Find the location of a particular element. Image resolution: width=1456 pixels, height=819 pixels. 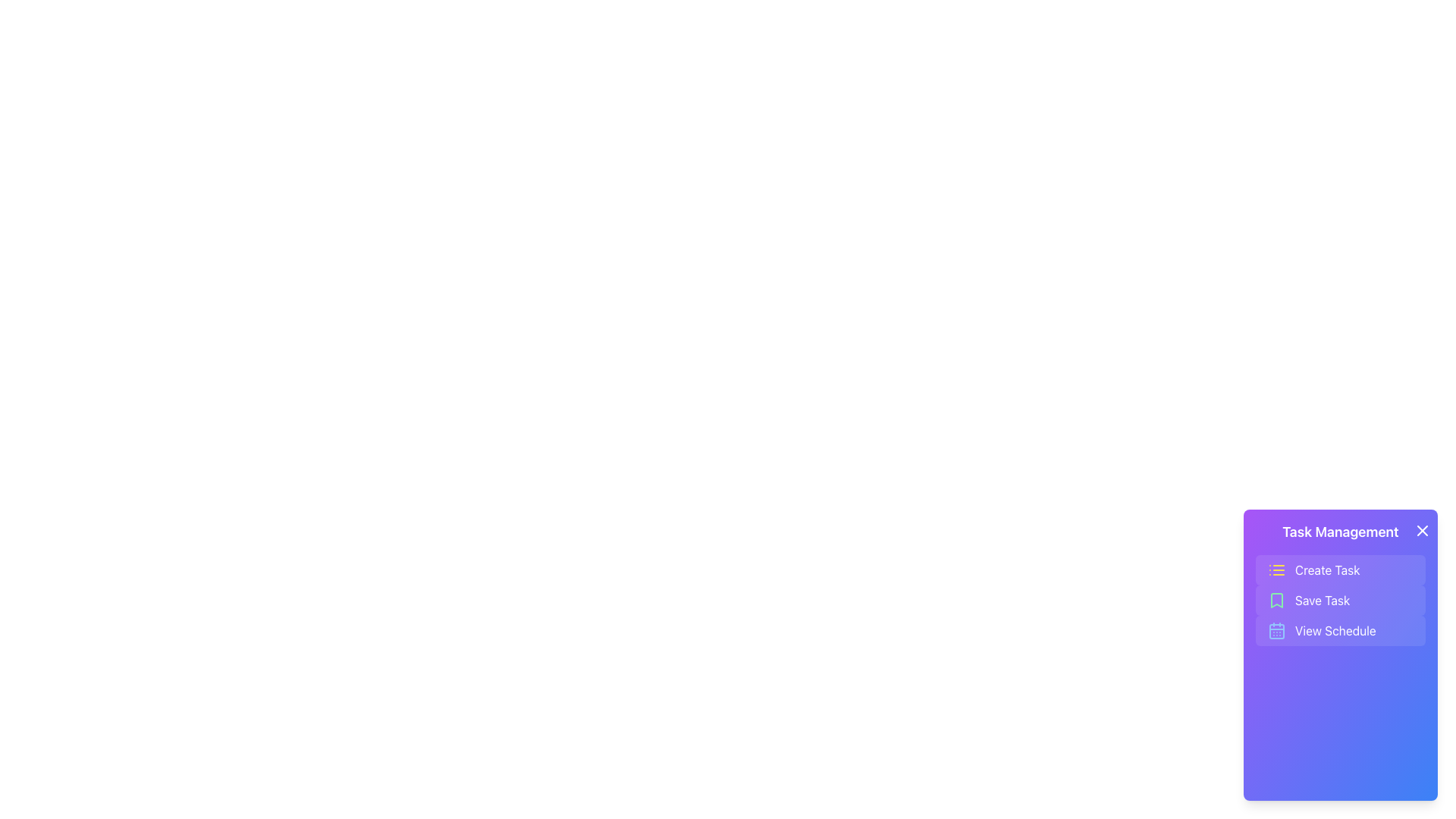

the 'Save Task' button located in the floating panel titled 'Task Management', situated centrally on the right-hand side of the interface is located at coordinates (1340, 583).